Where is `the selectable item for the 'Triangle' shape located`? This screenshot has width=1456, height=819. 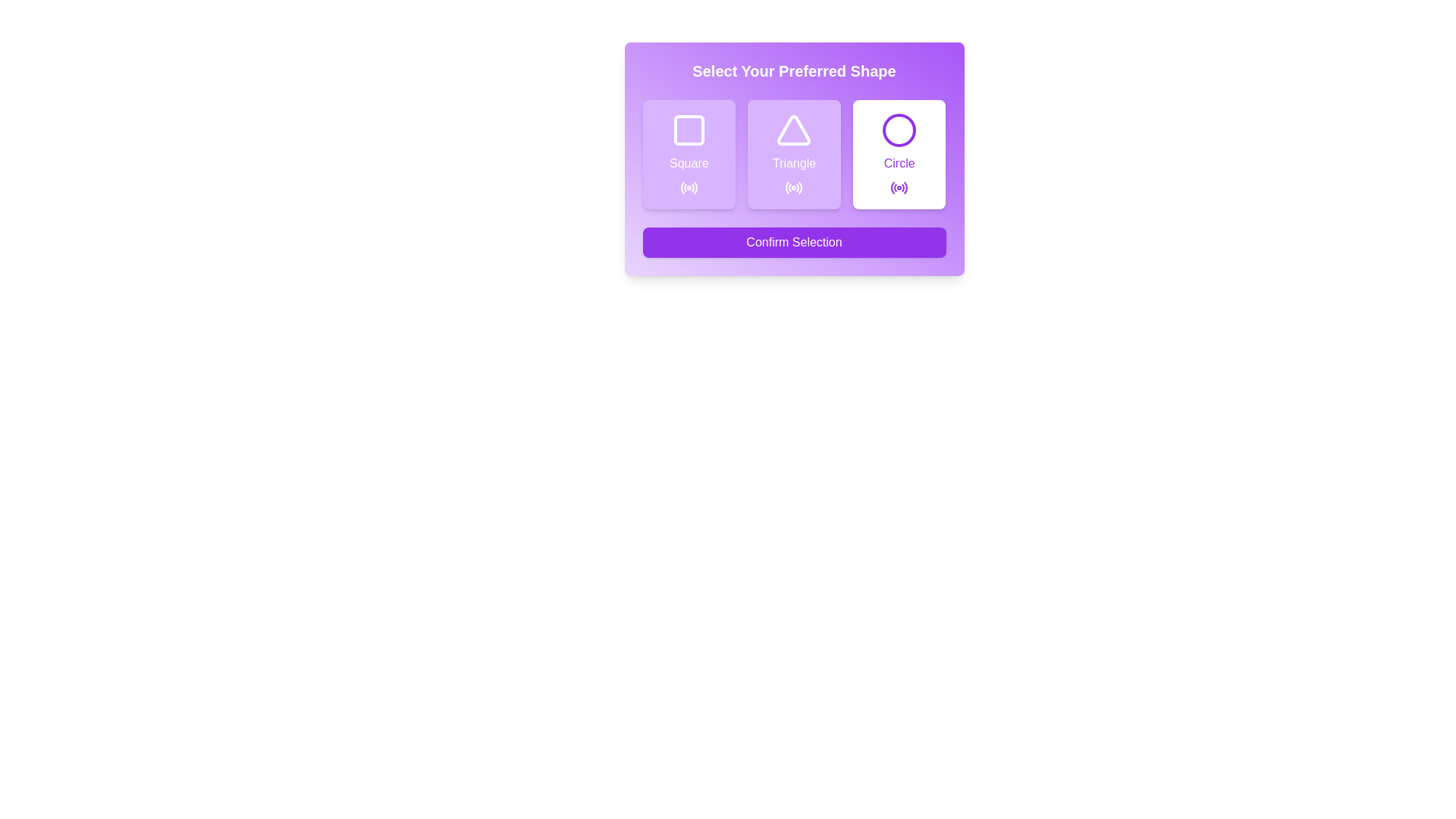 the selectable item for the 'Triangle' shape located is located at coordinates (793, 155).